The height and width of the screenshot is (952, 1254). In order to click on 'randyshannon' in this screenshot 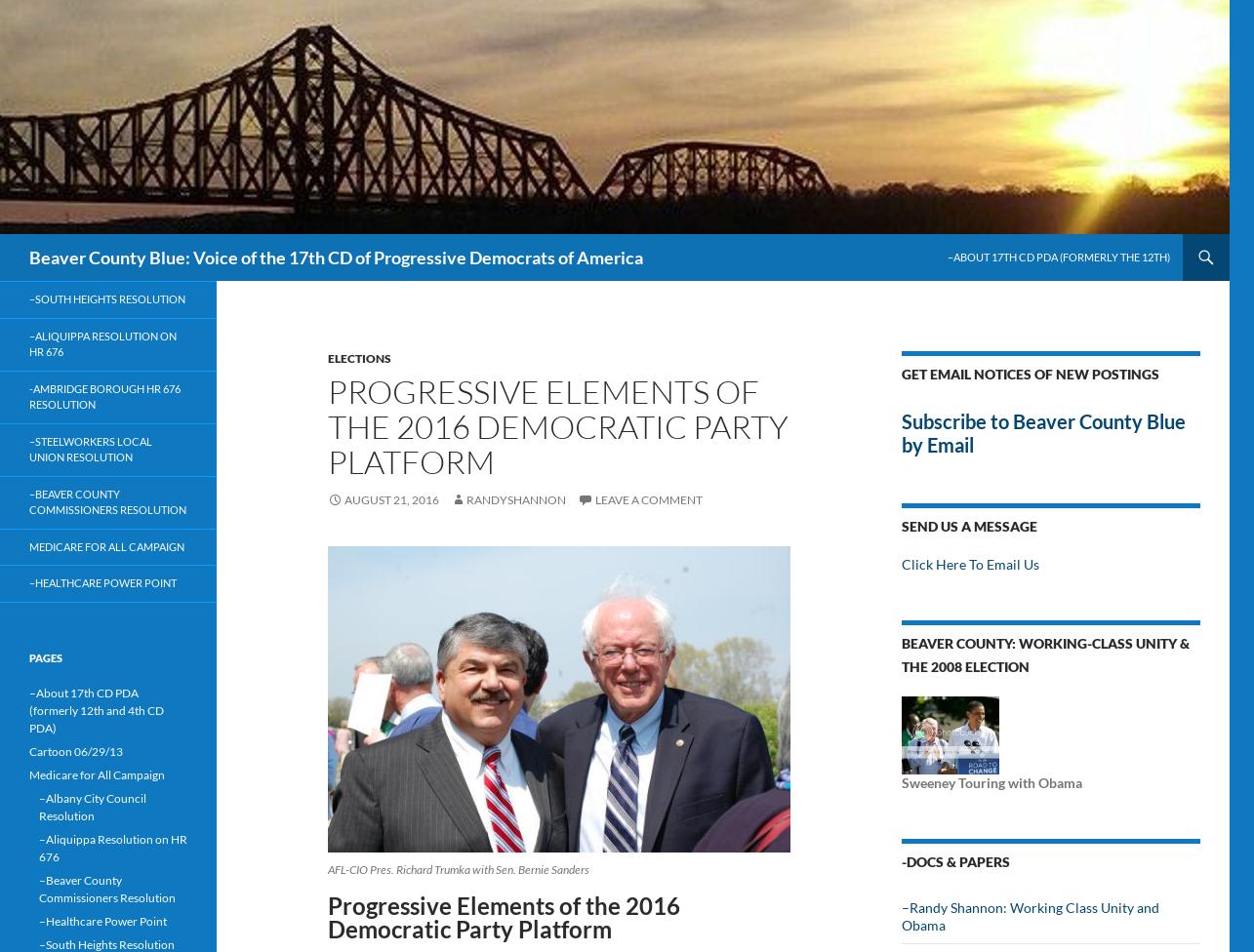, I will do `click(516, 499)`.